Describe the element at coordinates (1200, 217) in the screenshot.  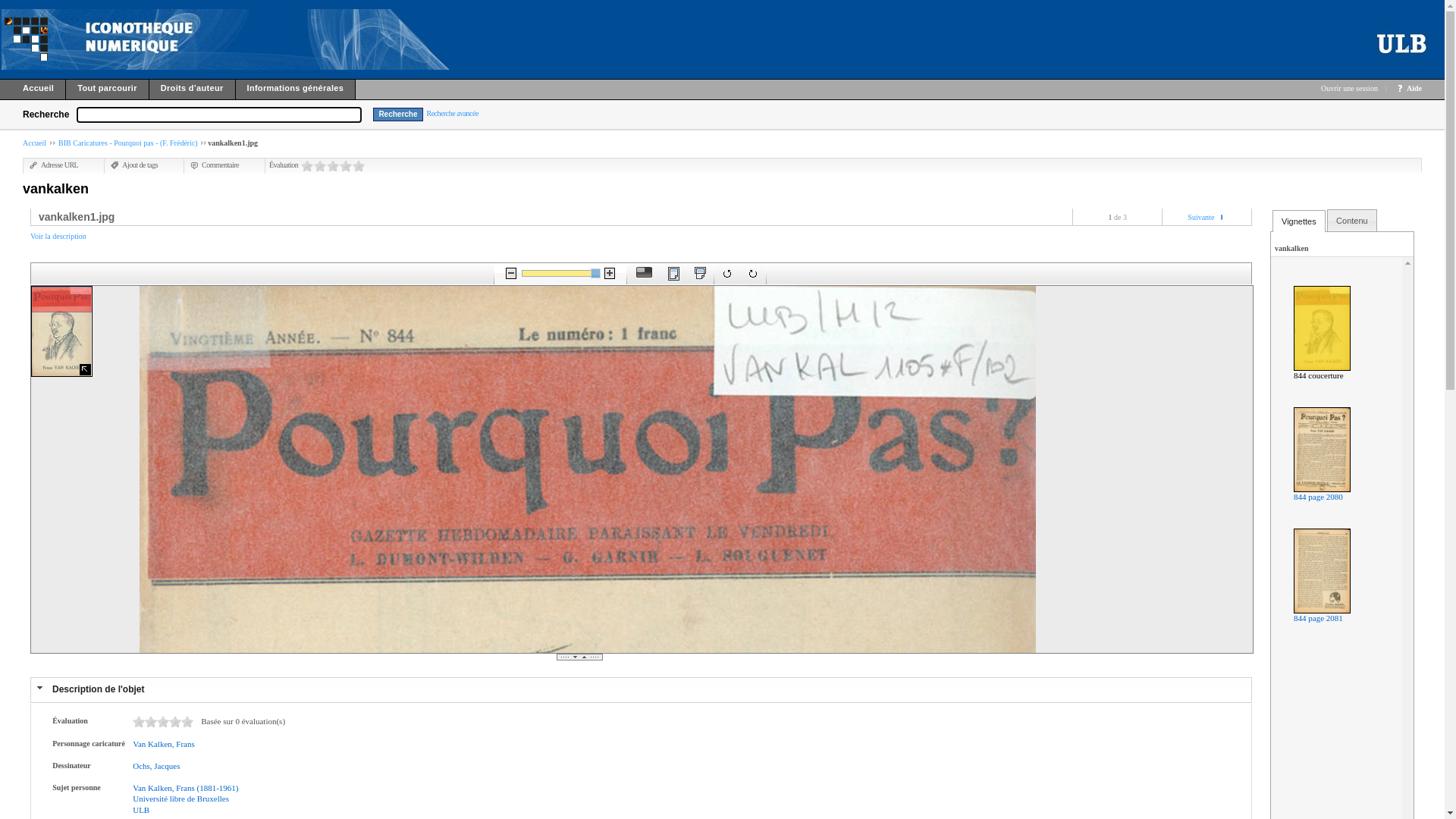
I see `'Suivante'` at that location.